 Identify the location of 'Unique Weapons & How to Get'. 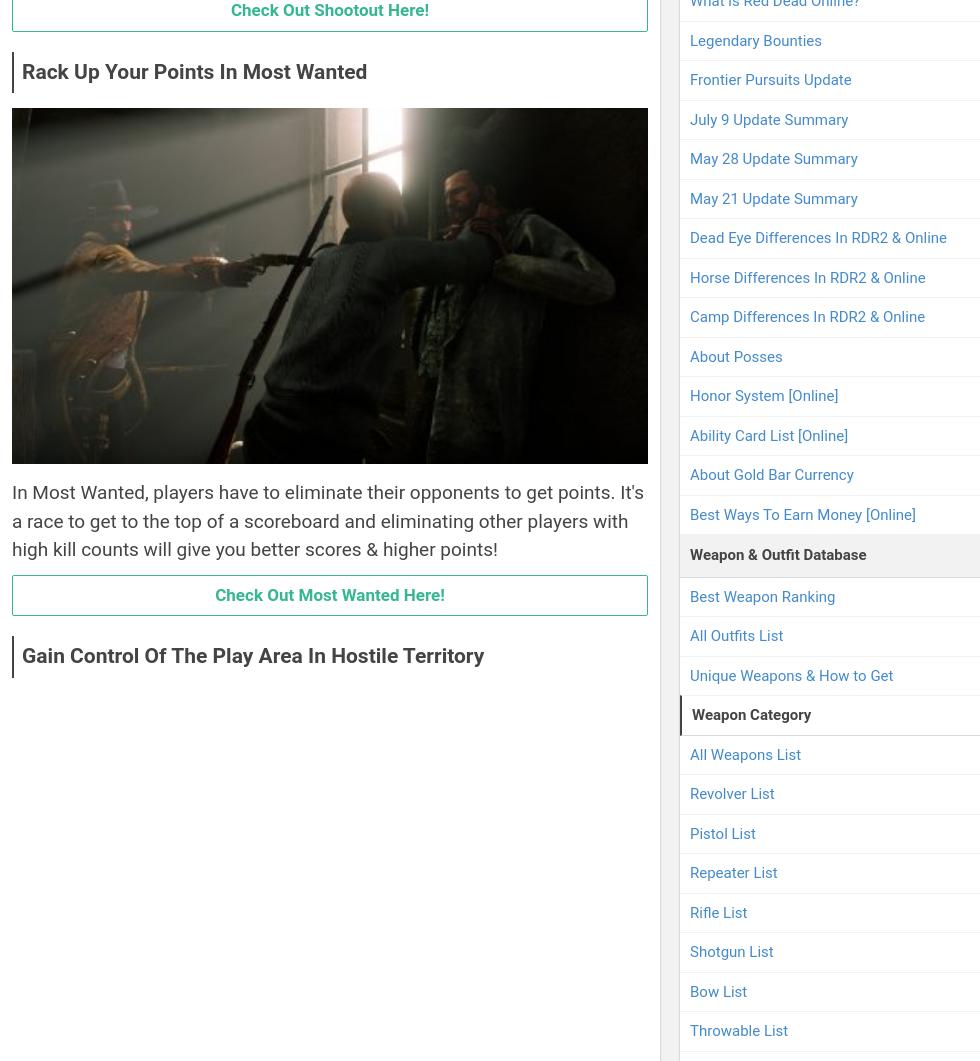
(791, 674).